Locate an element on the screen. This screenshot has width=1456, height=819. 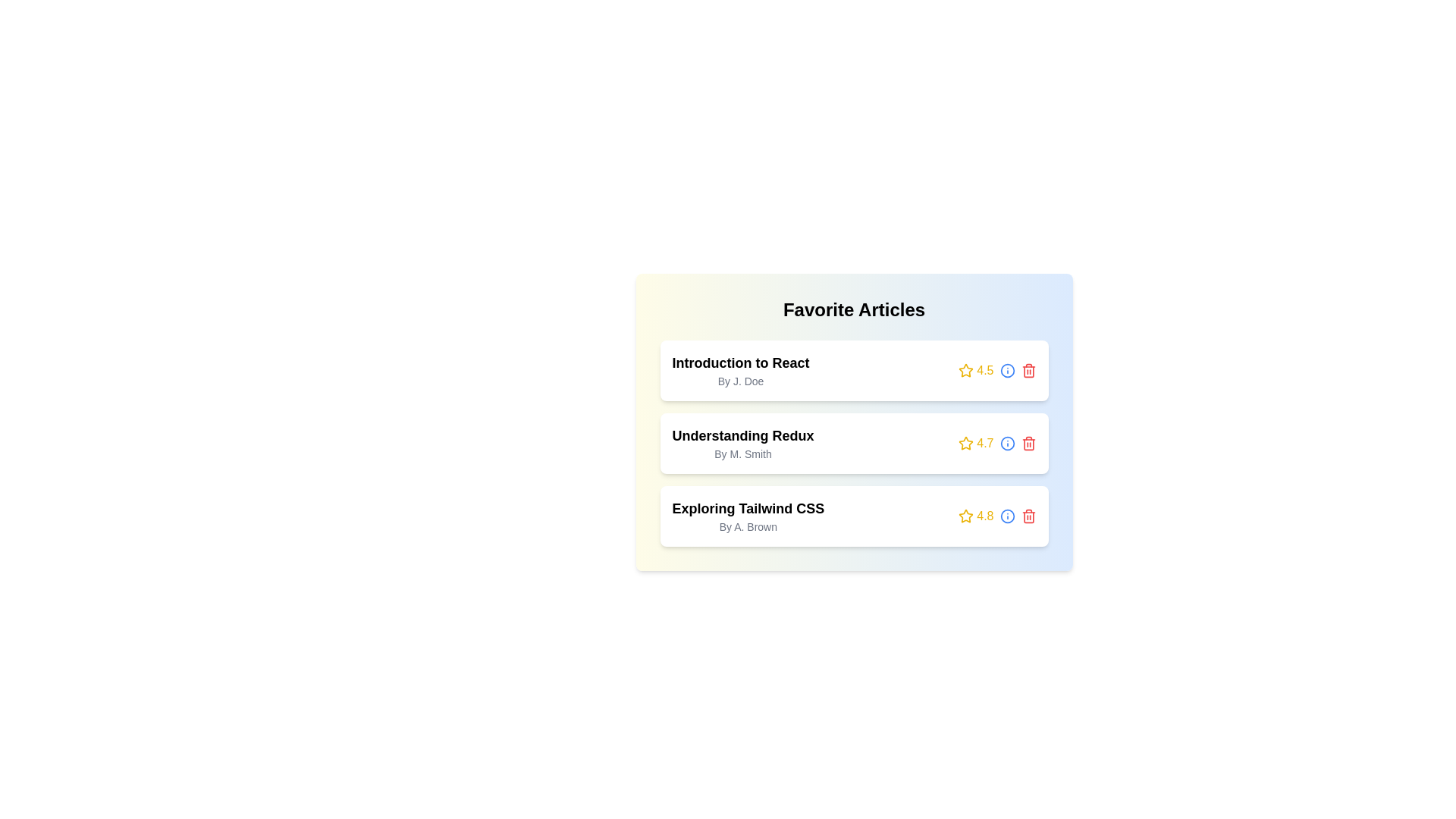
the article title to select or highlight it. The parameter Introduction to React specifies the title of the article to interact with is located at coordinates (741, 362).